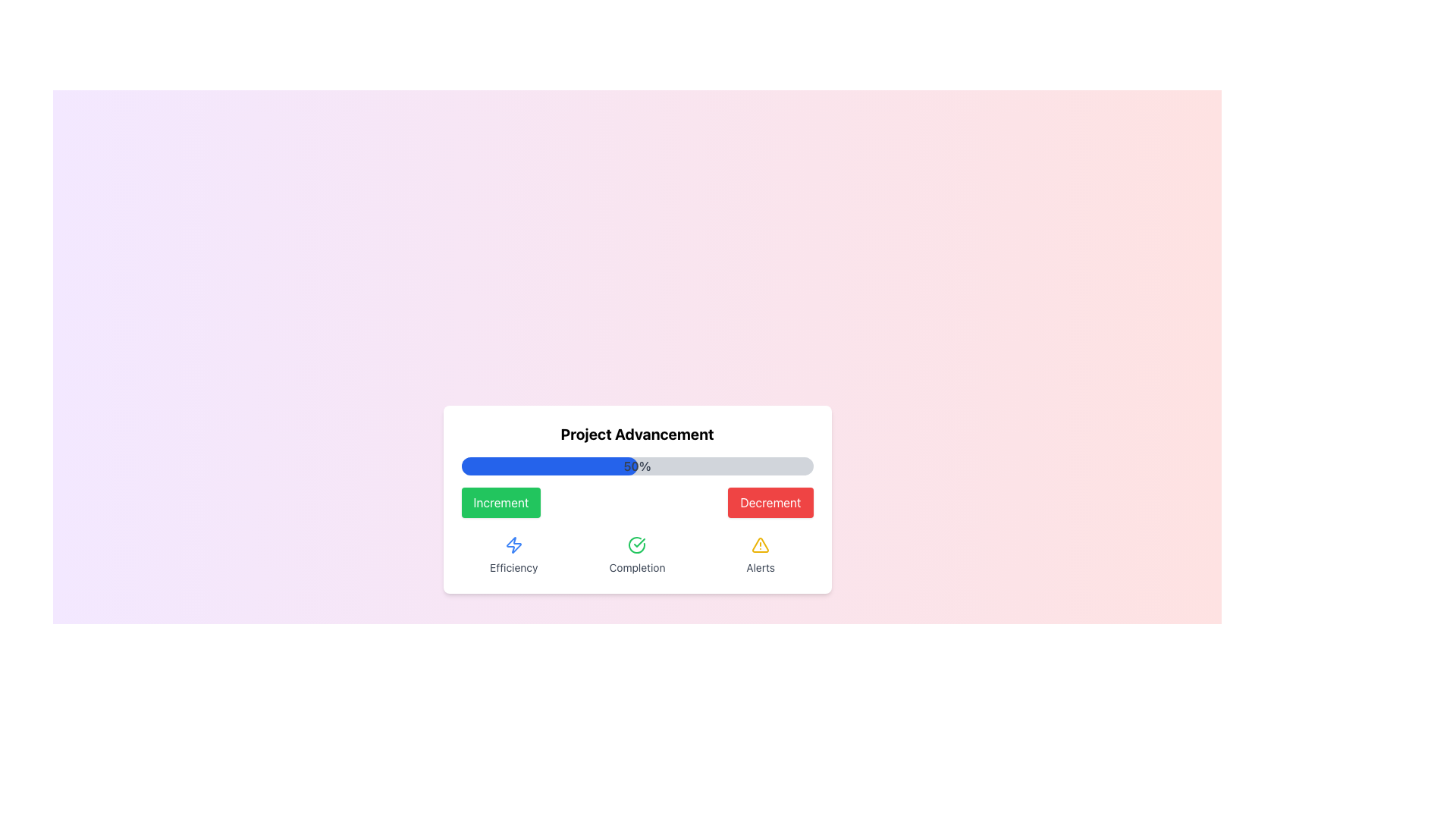  I want to click on the rectangular green button labeled 'Increment', so click(501, 503).